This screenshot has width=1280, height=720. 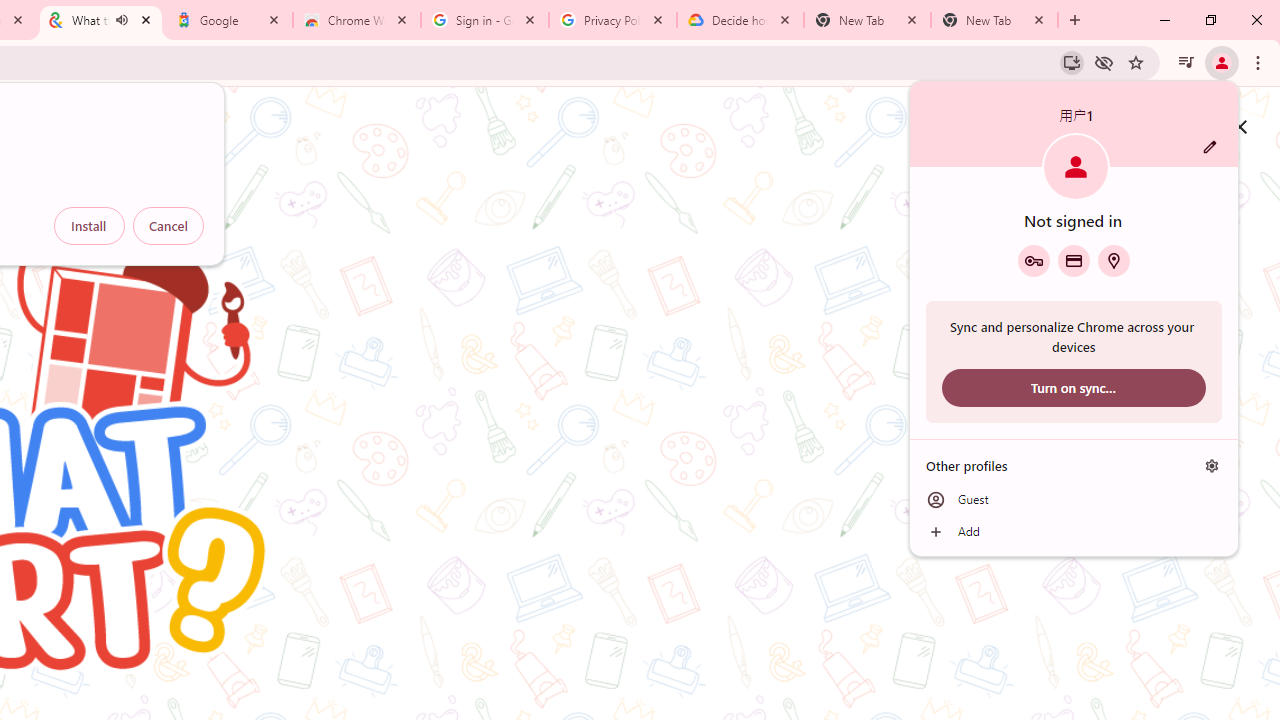 I want to click on 'Google Password Manager', so click(x=1033, y=260).